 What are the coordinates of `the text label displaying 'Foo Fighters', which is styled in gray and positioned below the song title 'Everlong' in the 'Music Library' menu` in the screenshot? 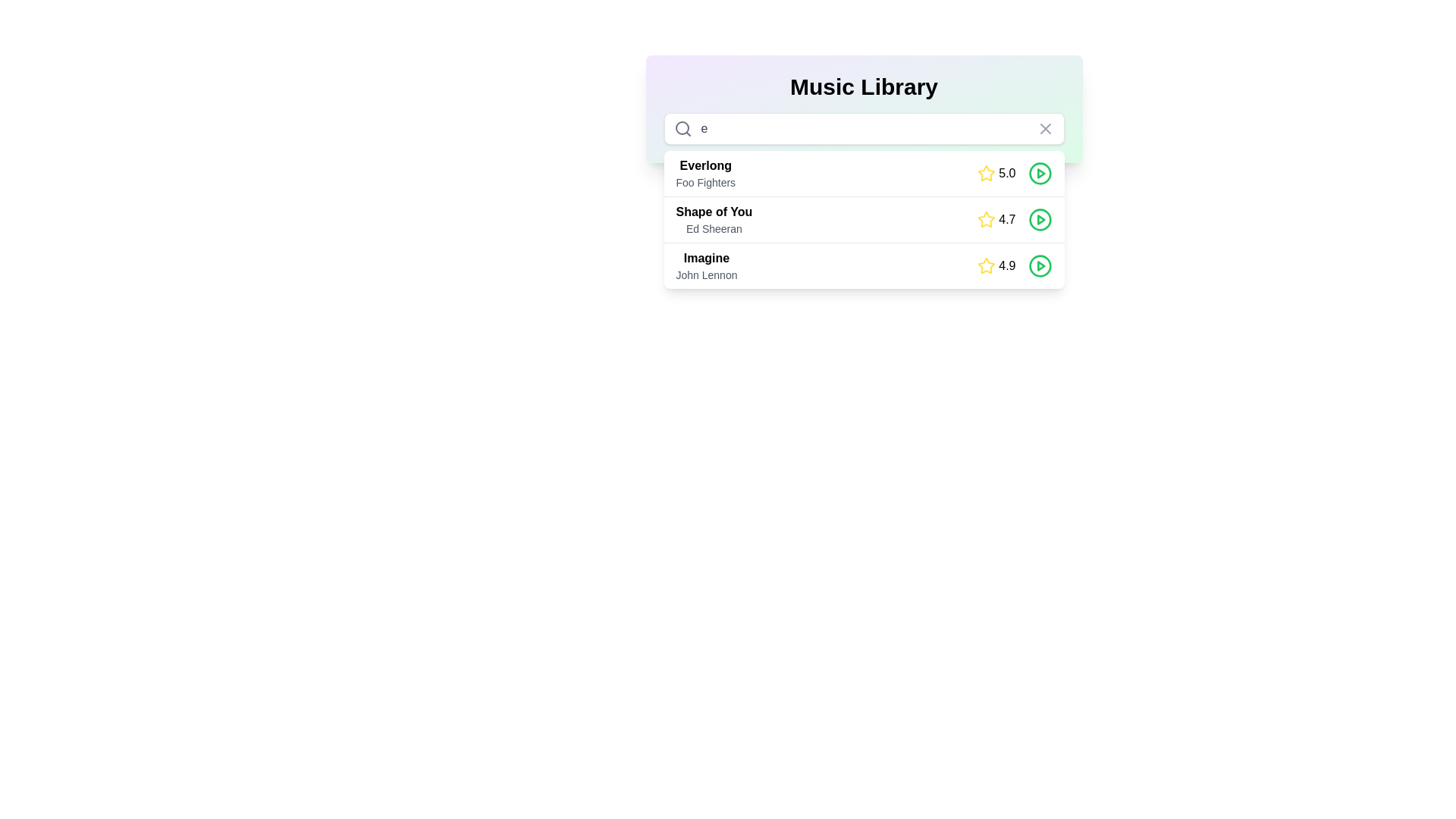 It's located at (704, 181).